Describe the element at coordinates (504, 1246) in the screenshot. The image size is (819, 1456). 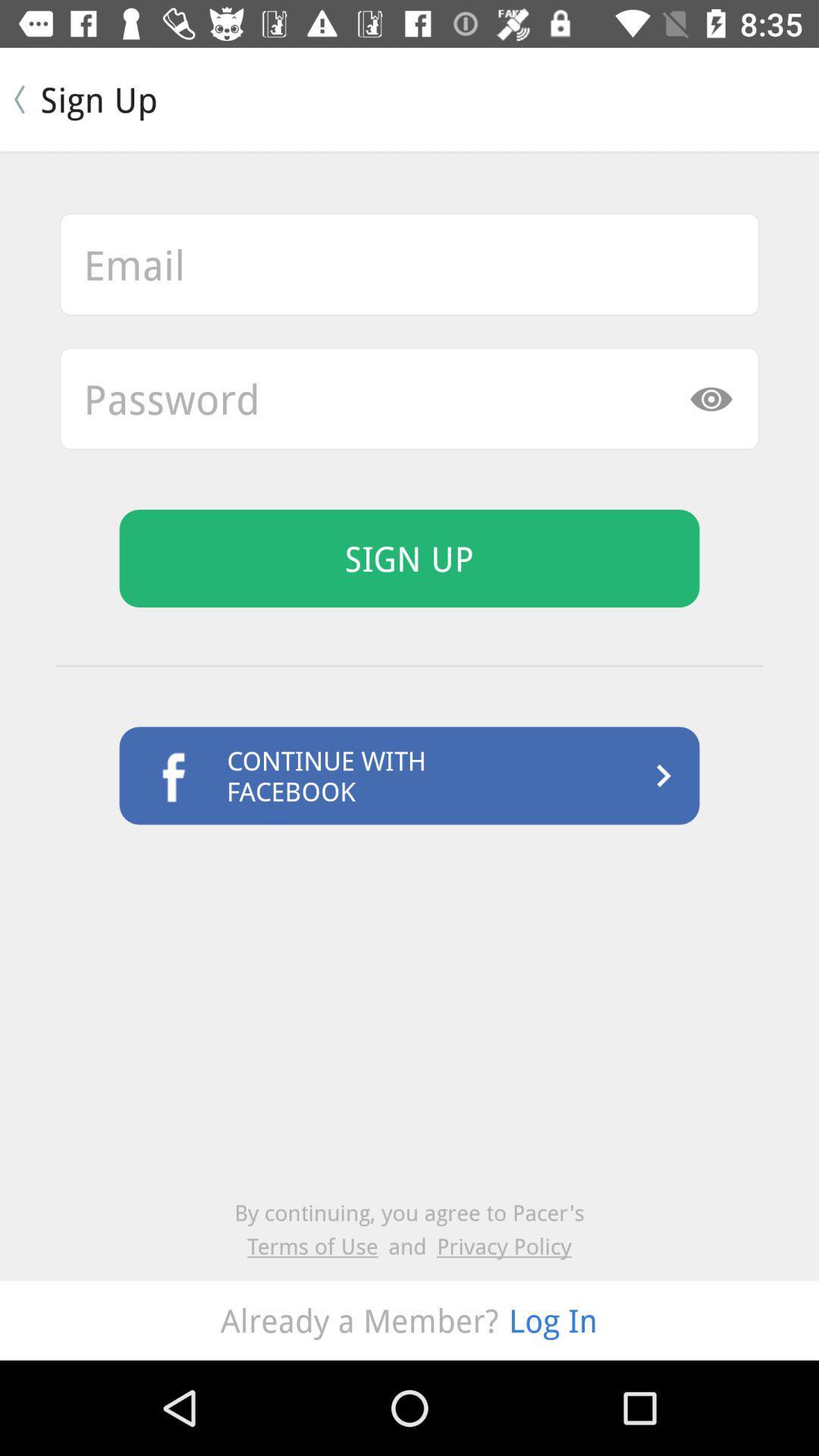
I see `the privacy policy item` at that location.